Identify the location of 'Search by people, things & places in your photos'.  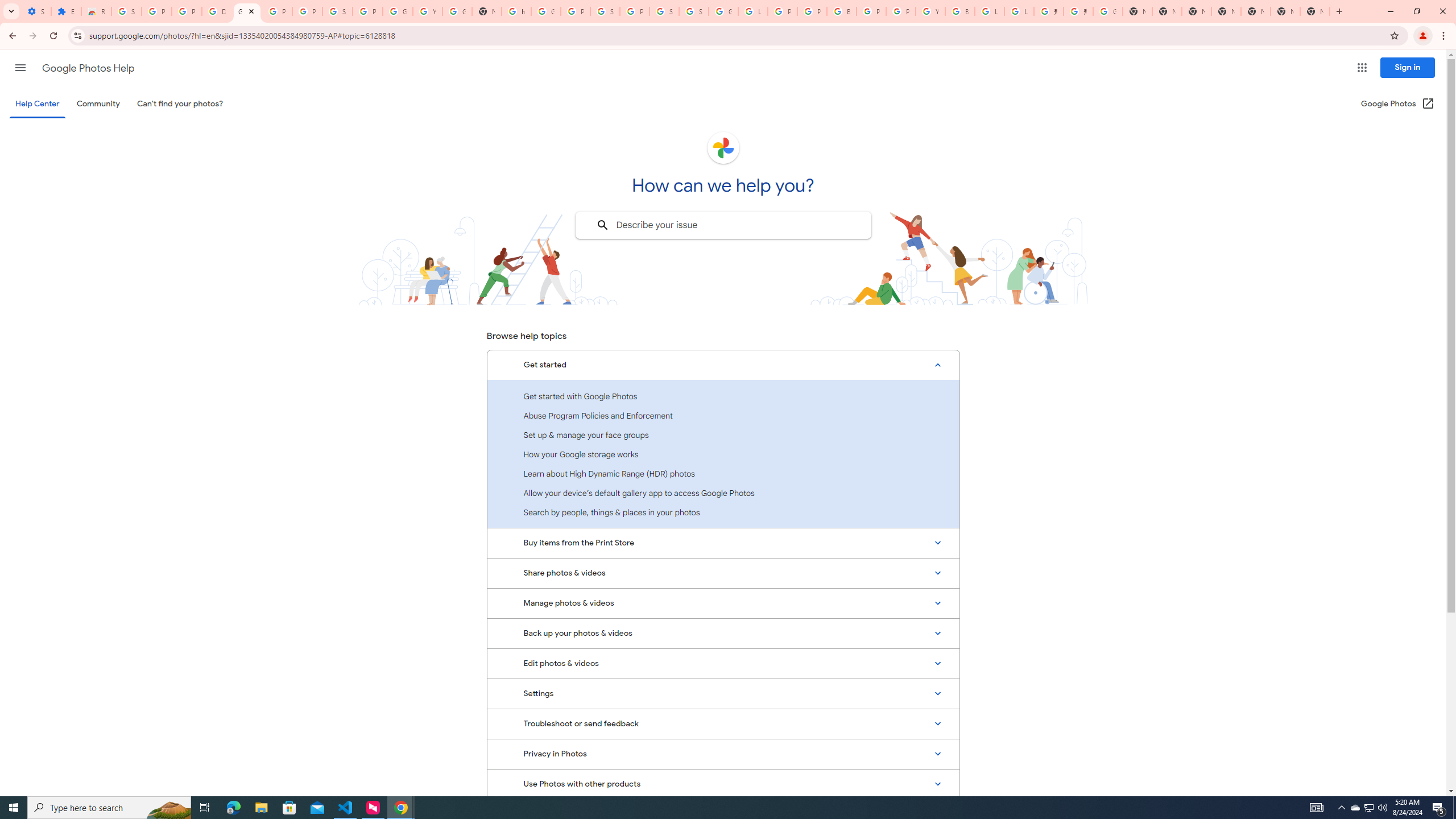
(723, 512).